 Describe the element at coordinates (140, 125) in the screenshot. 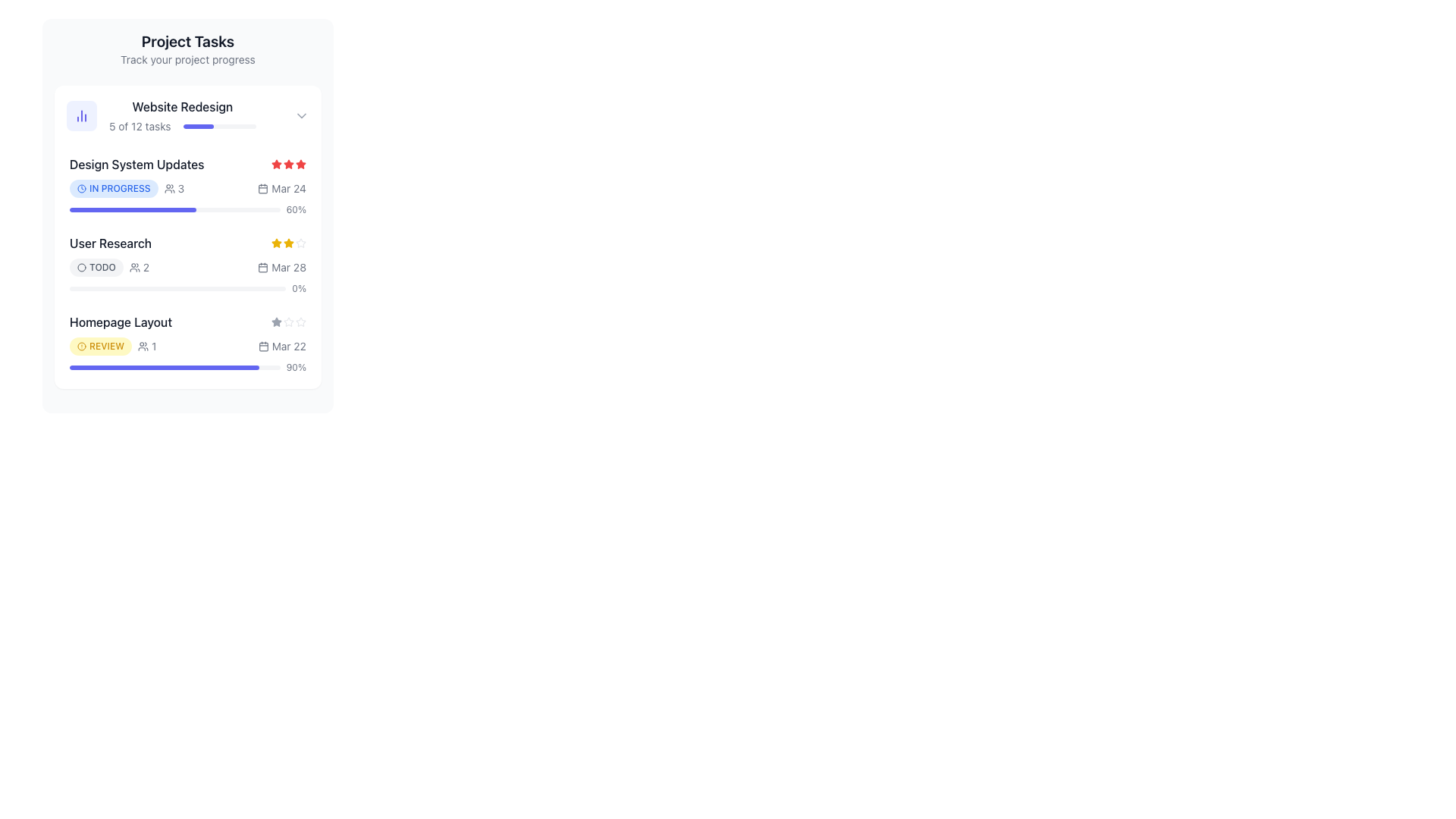

I see `the status indicator text label that shows the number of completed tasks for the 'Website Redesign' project, located beneath the project title and adjacent to the progress bar` at that location.